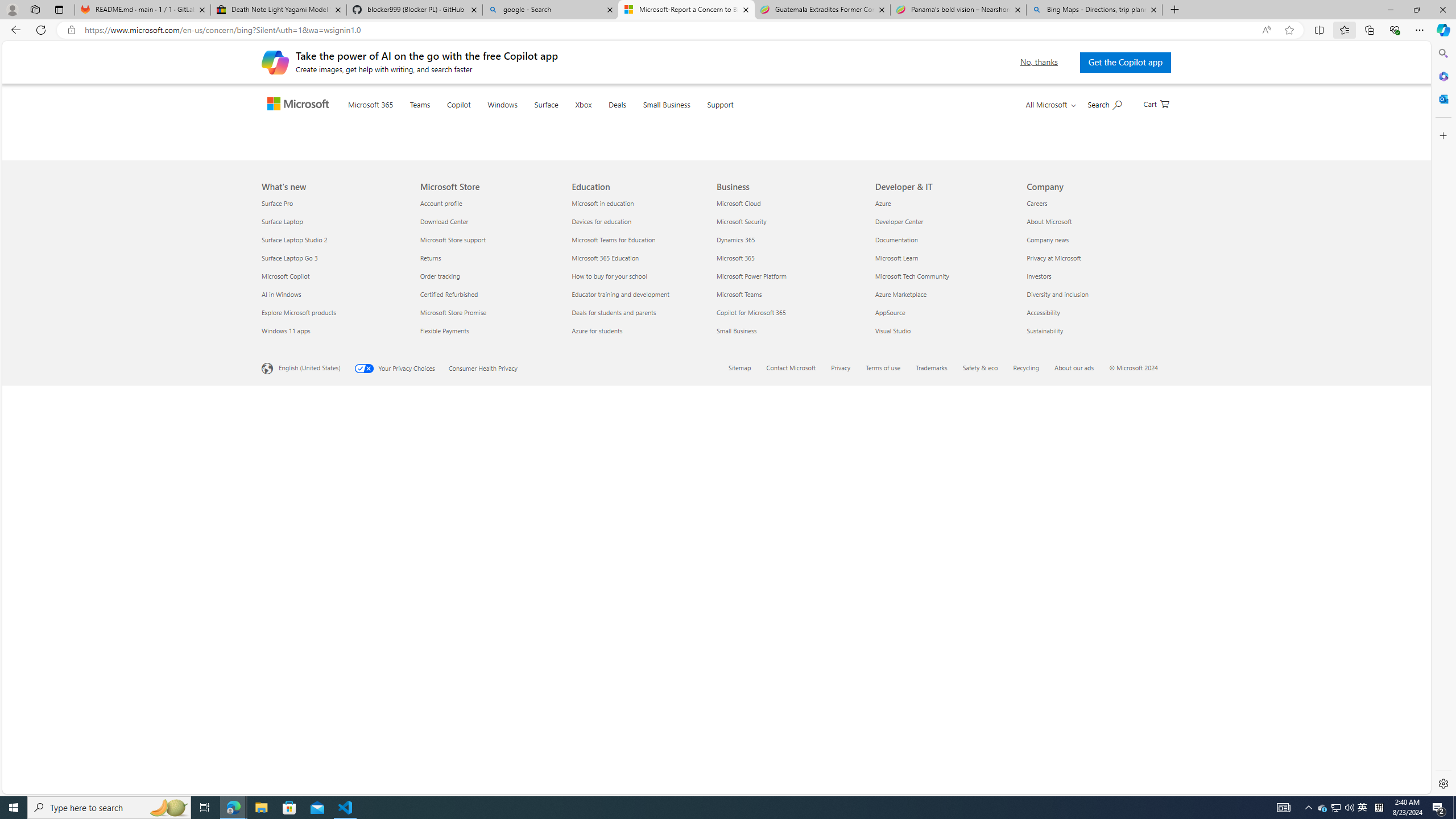 This screenshot has width=1456, height=819. What do you see at coordinates (442, 118) in the screenshot?
I see `'Teams'` at bounding box center [442, 118].